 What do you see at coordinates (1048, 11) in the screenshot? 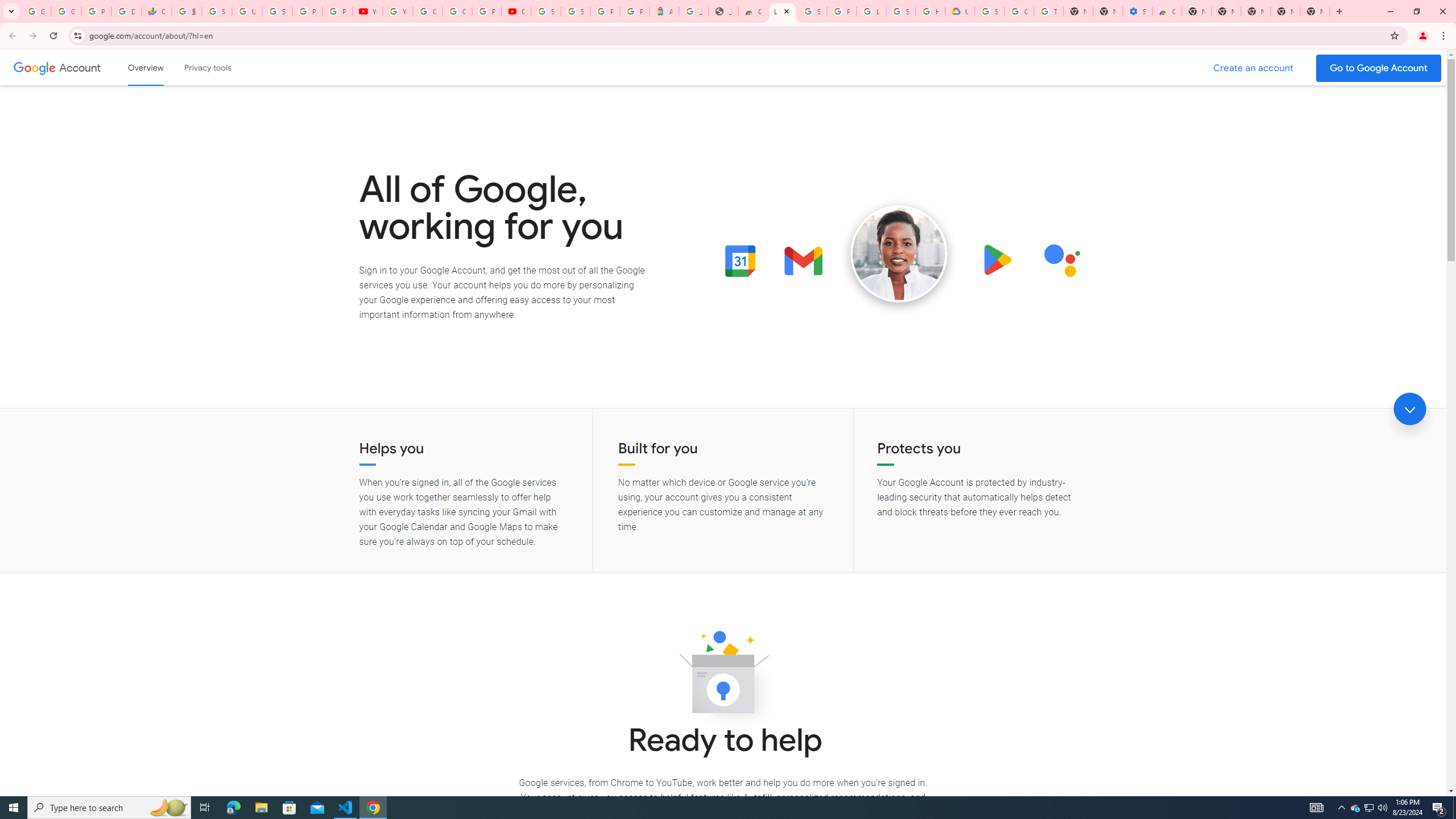
I see `'Turn cookies on or off - Computer - Google Account Help'` at bounding box center [1048, 11].